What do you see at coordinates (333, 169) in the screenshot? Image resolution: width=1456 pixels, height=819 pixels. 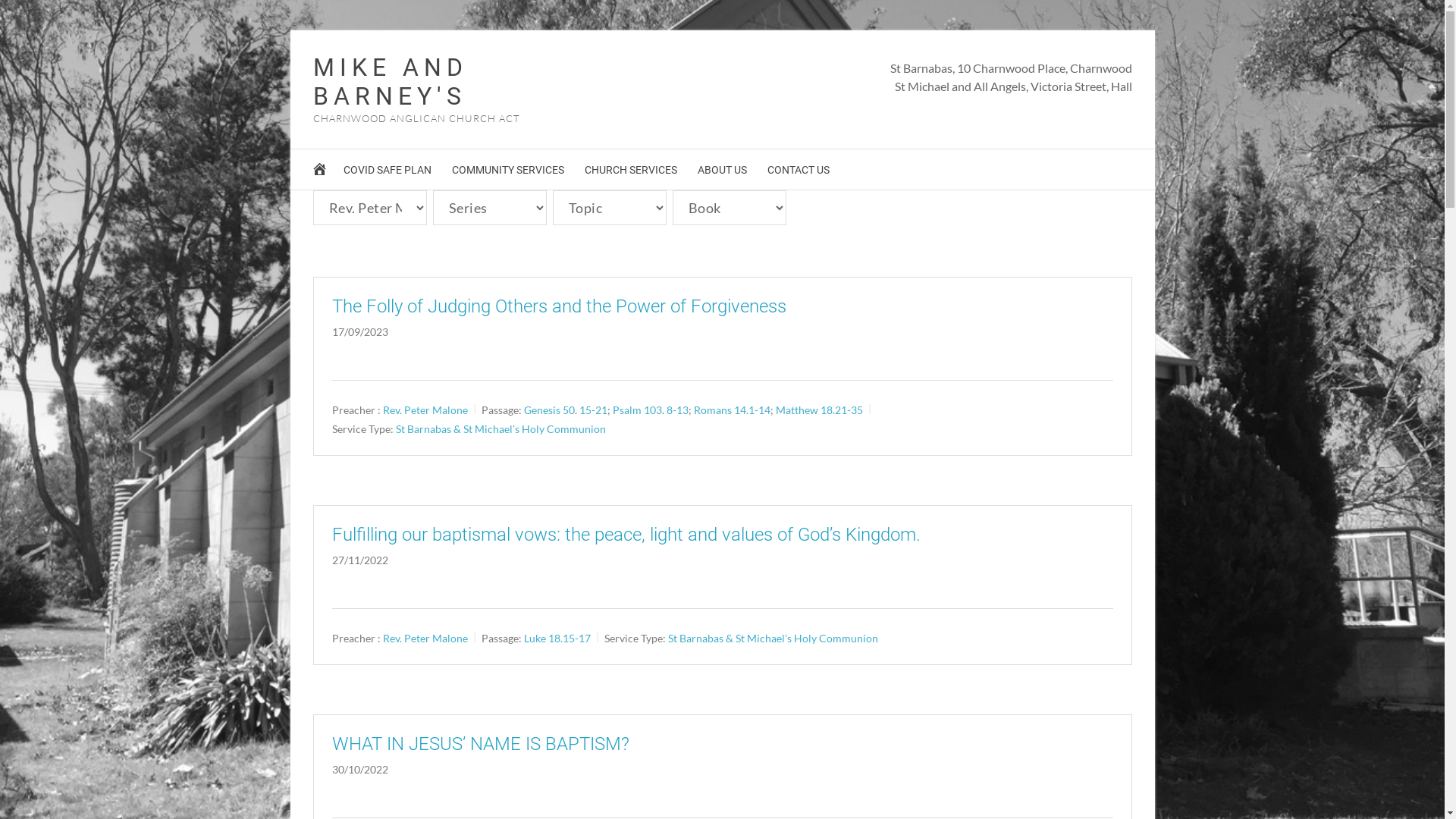 I see `'COVID SAFE PLAN'` at bounding box center [333, 169].